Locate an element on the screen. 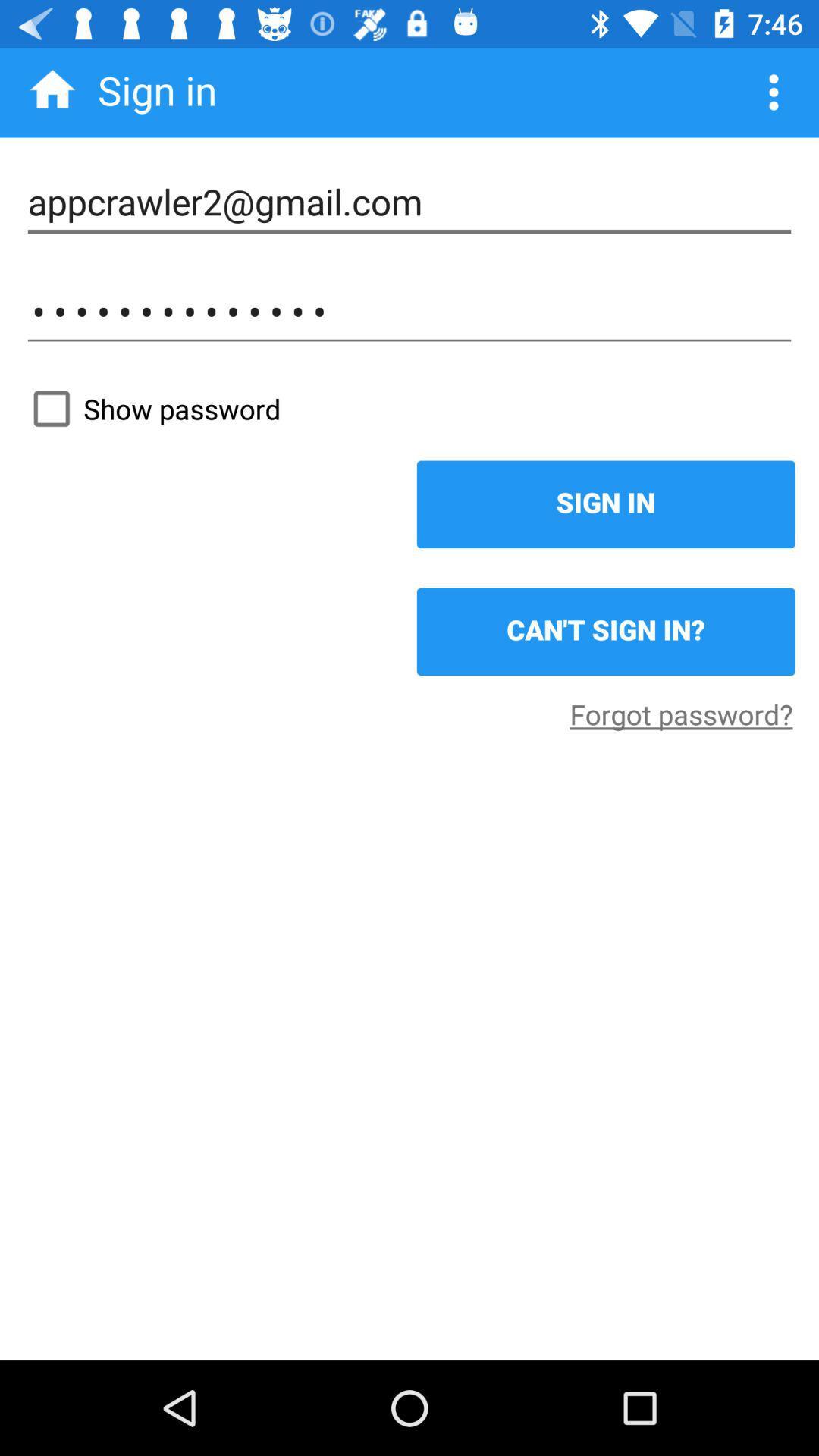 Image resolution: width=819 pixels, height=1456 pixels. the show password icon is located at coordinates (409, 409).